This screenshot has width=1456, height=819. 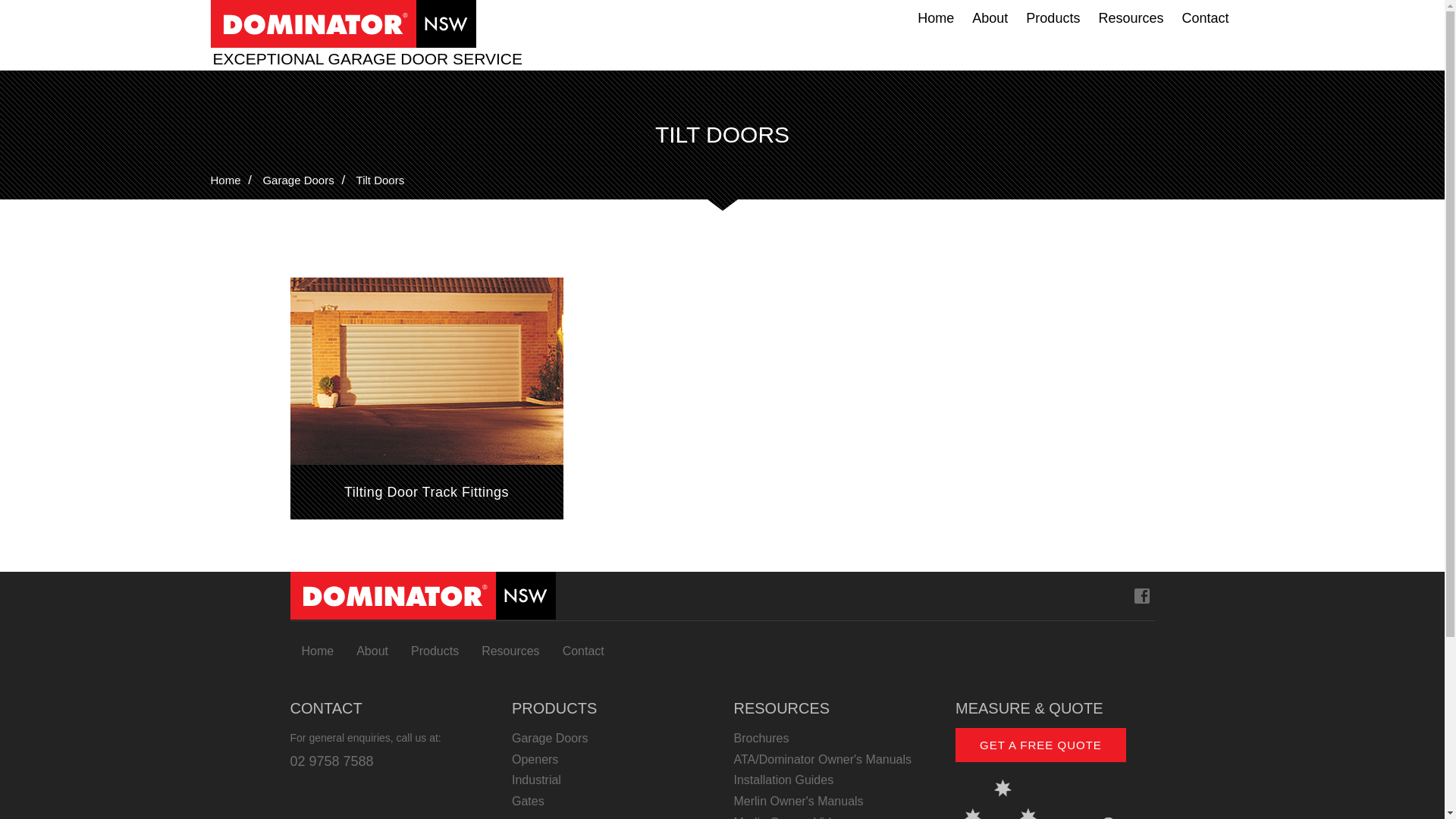 What do you see at coordinates (330, 761) in the screenshot?
I see `'02 9758 7588'` at bounding box center [330, 761].